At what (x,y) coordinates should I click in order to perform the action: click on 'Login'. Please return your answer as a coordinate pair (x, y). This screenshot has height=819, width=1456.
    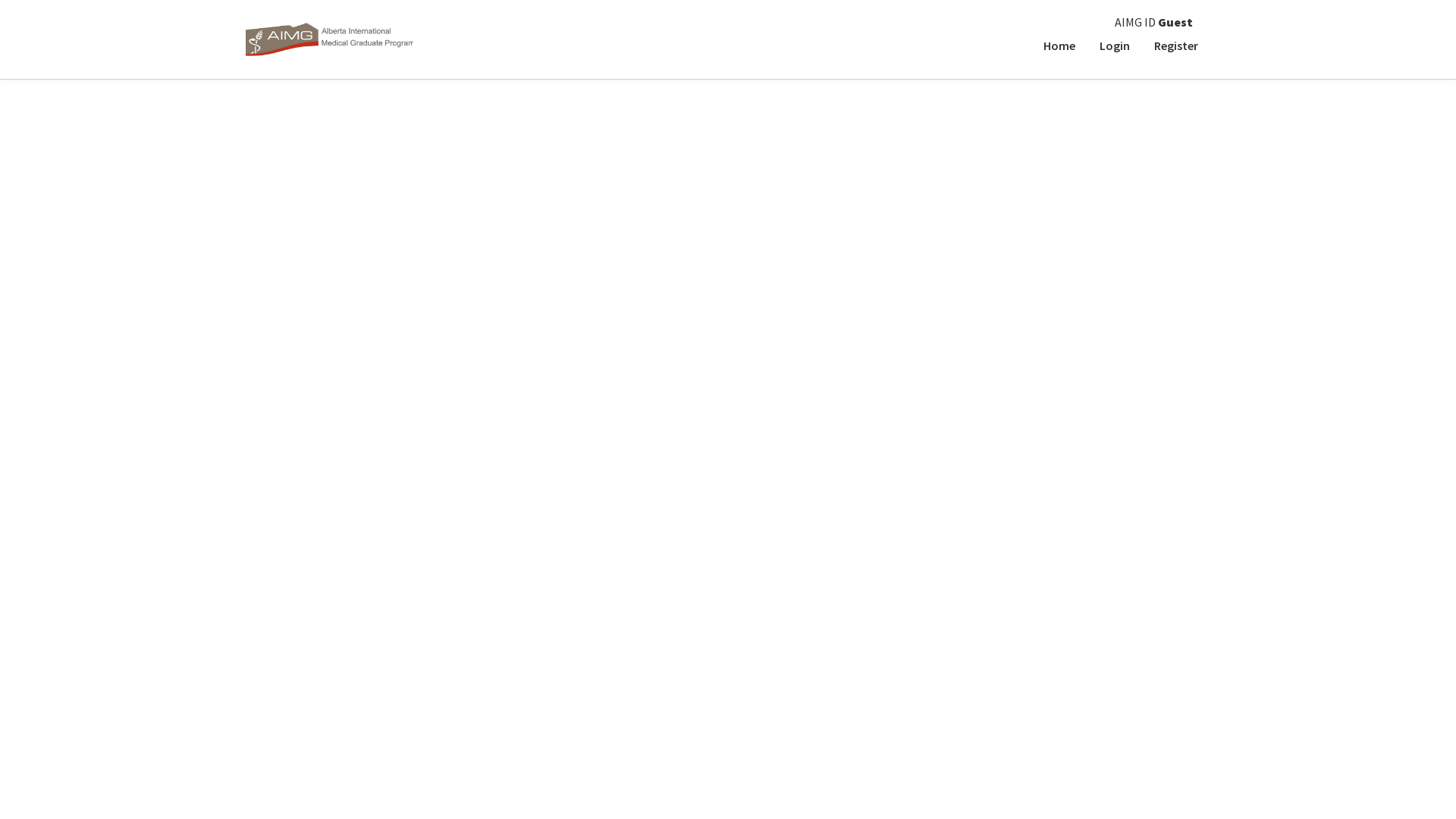
    Looking at the image, I should click on (1087, 45).